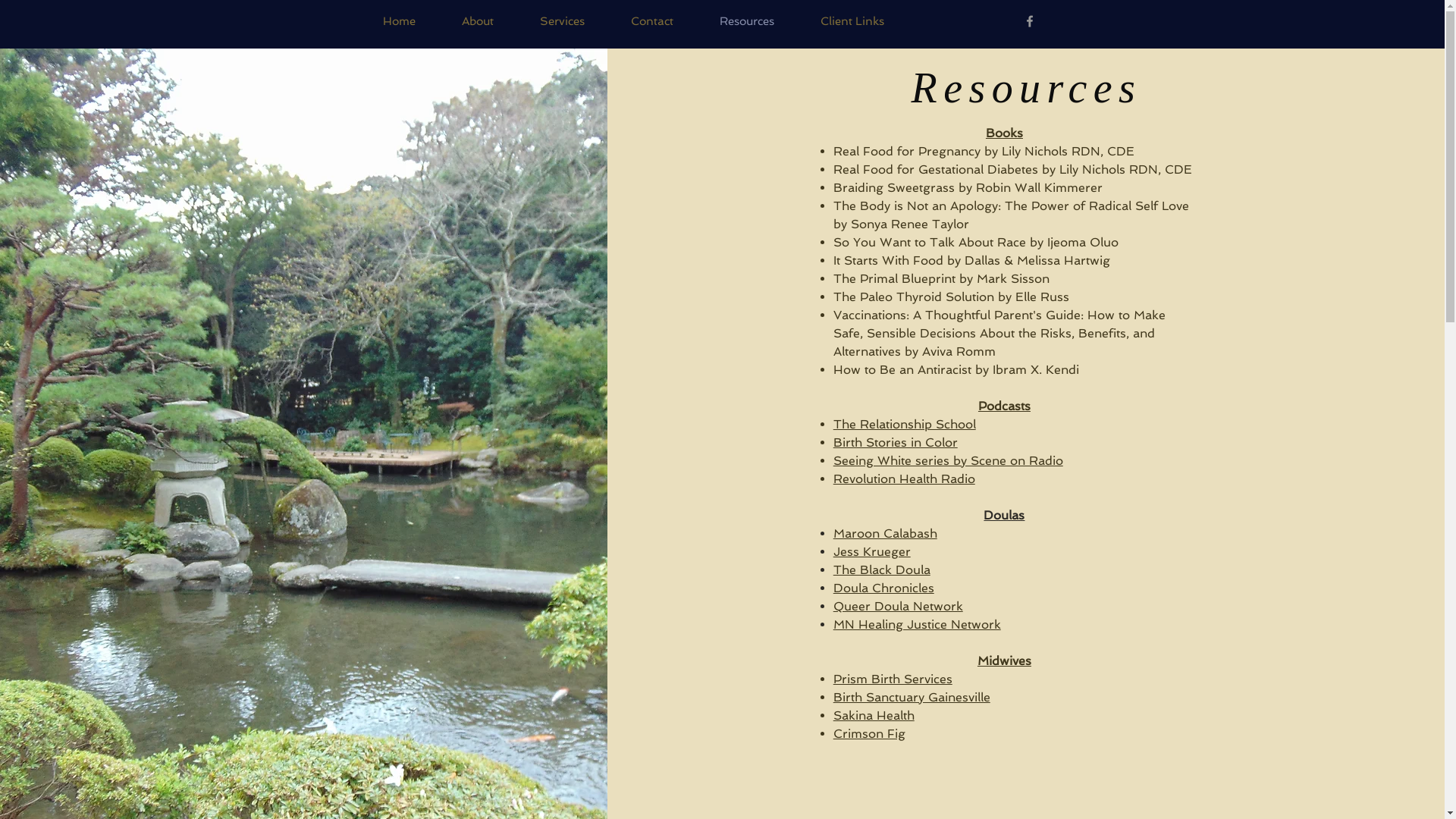 This screenshot has width=1456, height=819. What do you see at coordinates (399, 20) in the screenshot?
I see `'Home'` at bounding box center [399, 20].